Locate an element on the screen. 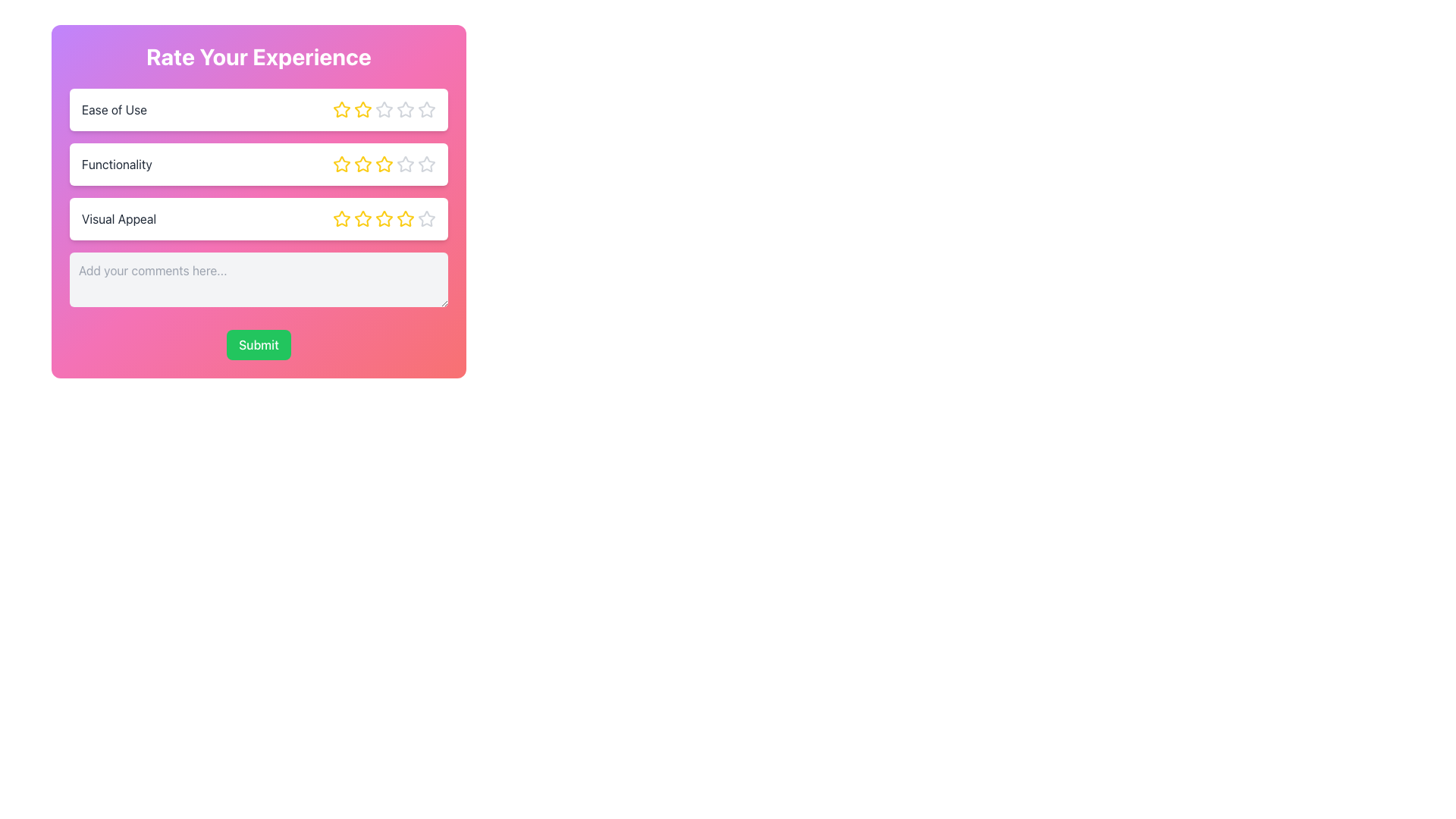  the third yellow star icon in the 'Rate Your Experience' section is located at coordinates (384, 164).